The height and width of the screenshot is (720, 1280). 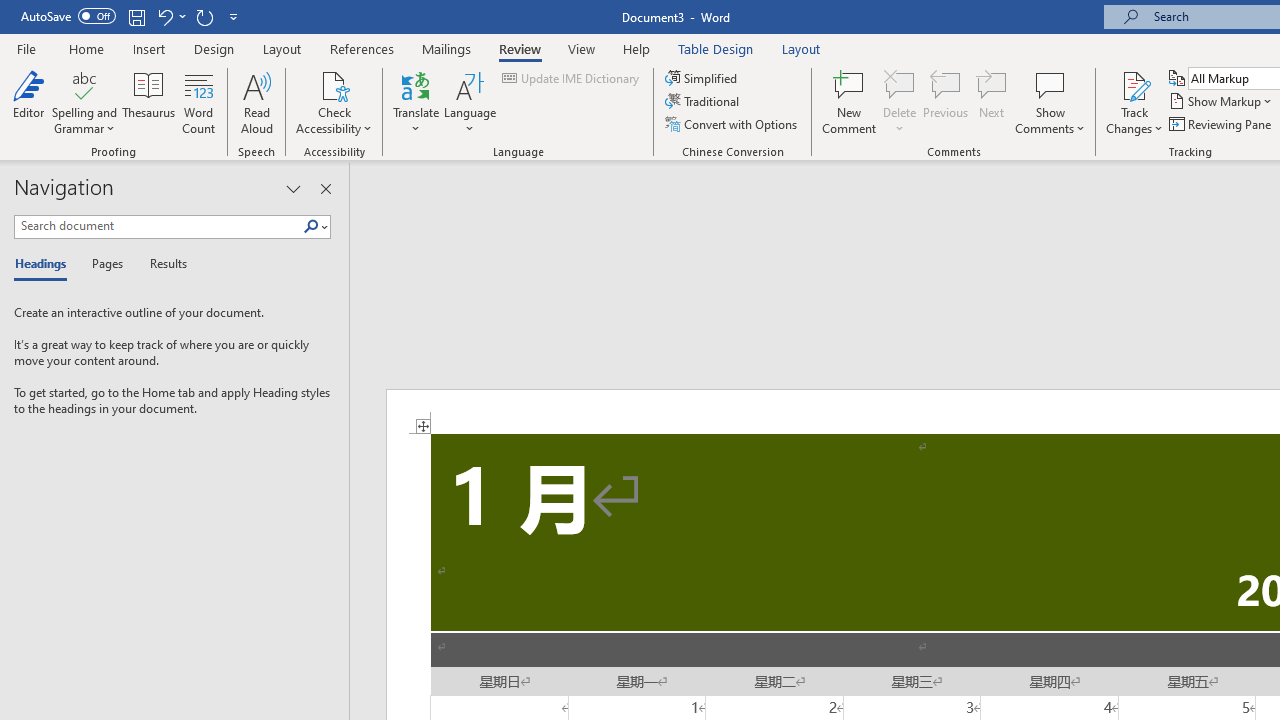 What do you see at coordinates (199, 103) in the screenshot?
I see `'Word Count'` at bounding box center [199, 103].